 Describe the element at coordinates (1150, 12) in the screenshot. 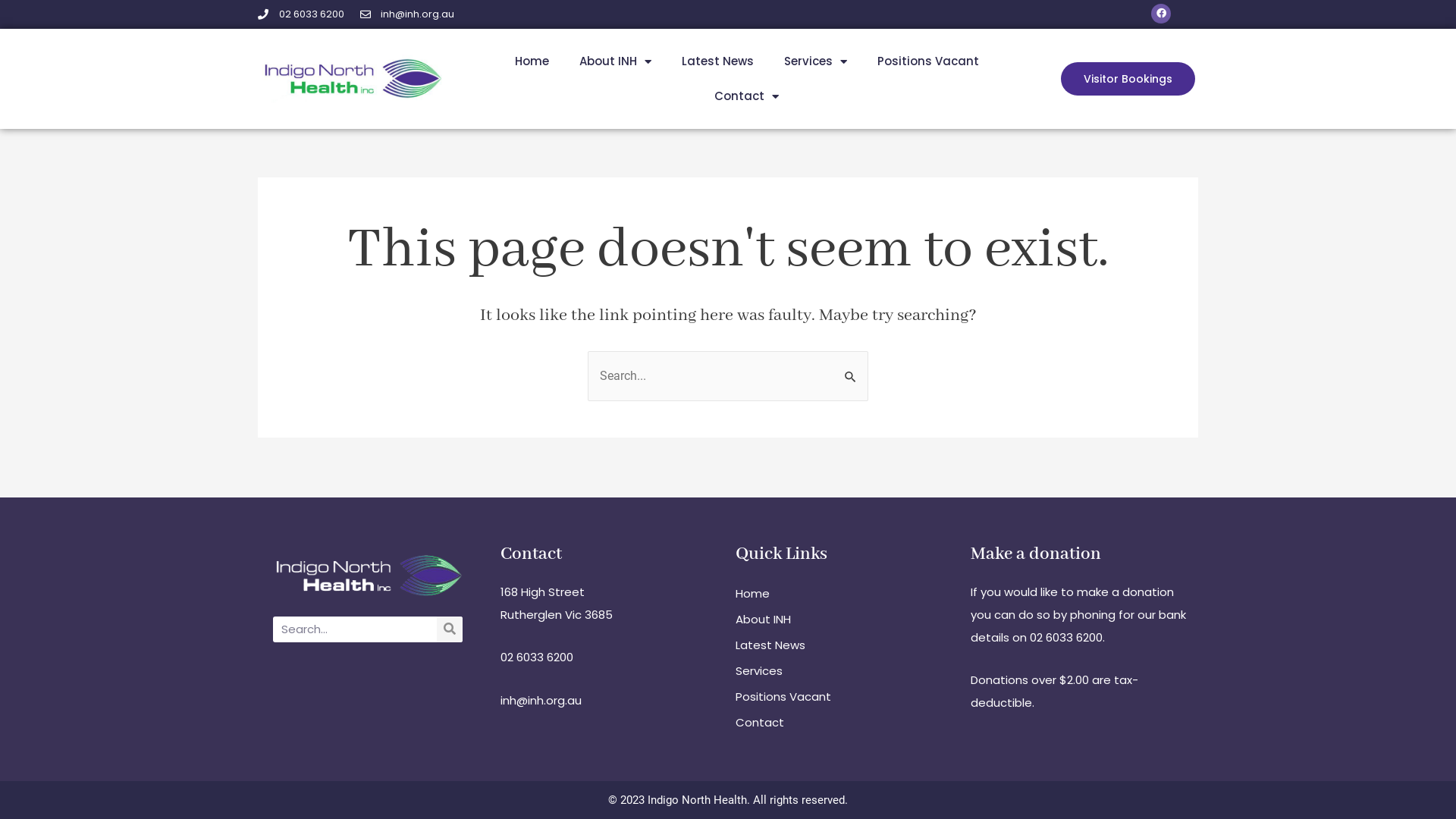

I see `'Facebook'` at that location.